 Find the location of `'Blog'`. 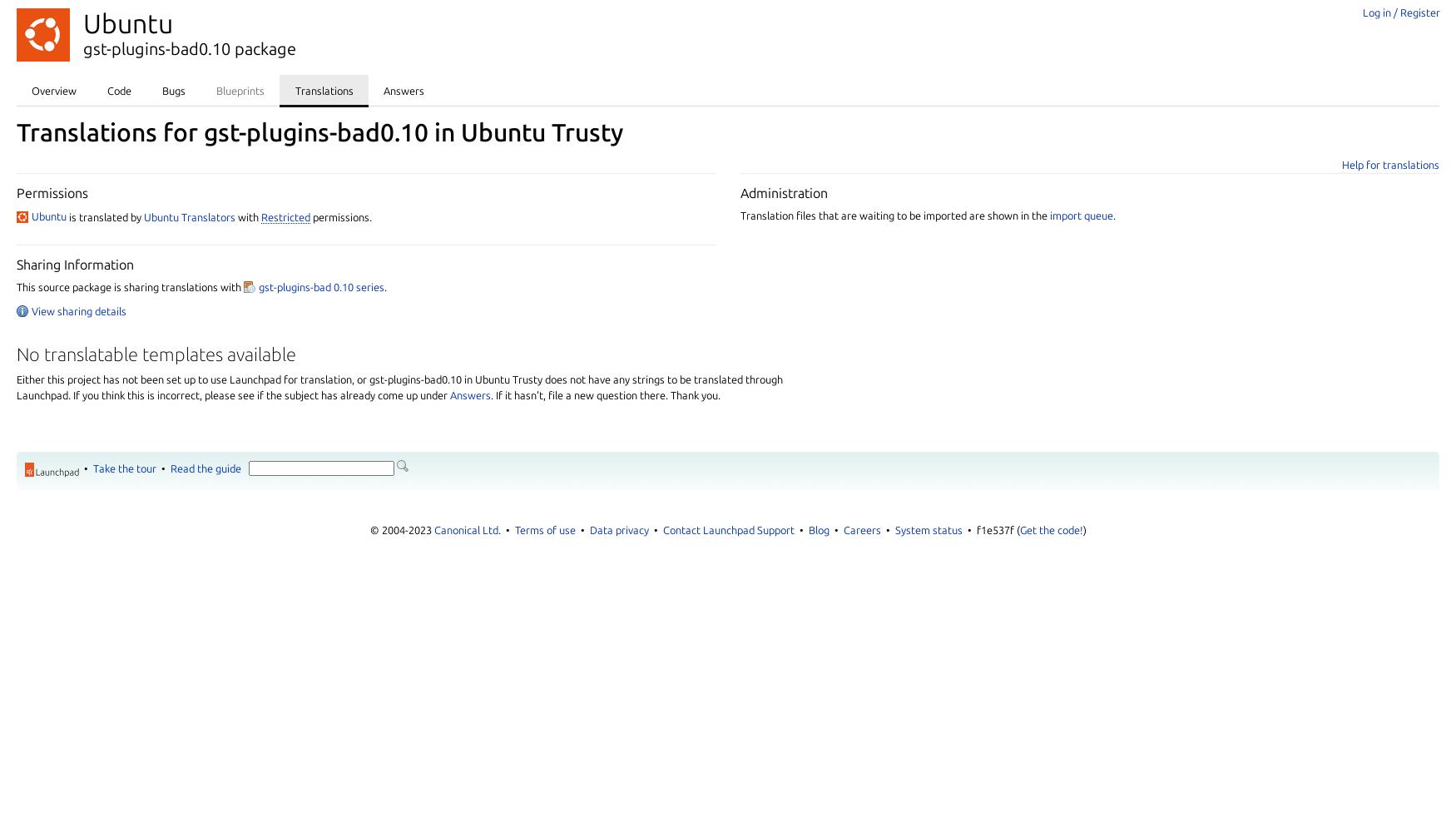

'Blog' is located at coordinates (818, 529).